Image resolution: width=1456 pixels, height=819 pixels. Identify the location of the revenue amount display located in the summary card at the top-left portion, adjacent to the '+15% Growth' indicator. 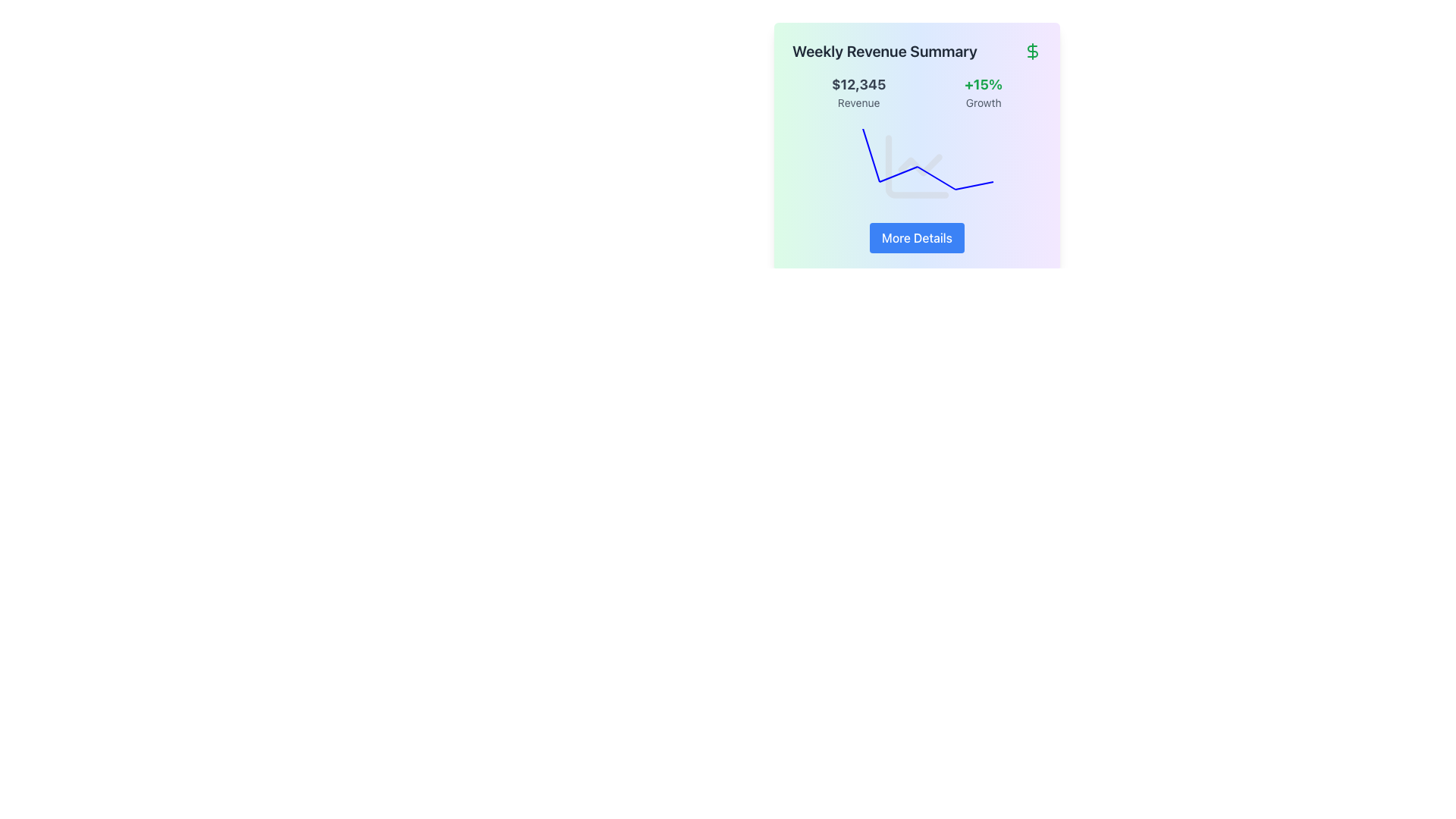
(858, 93).